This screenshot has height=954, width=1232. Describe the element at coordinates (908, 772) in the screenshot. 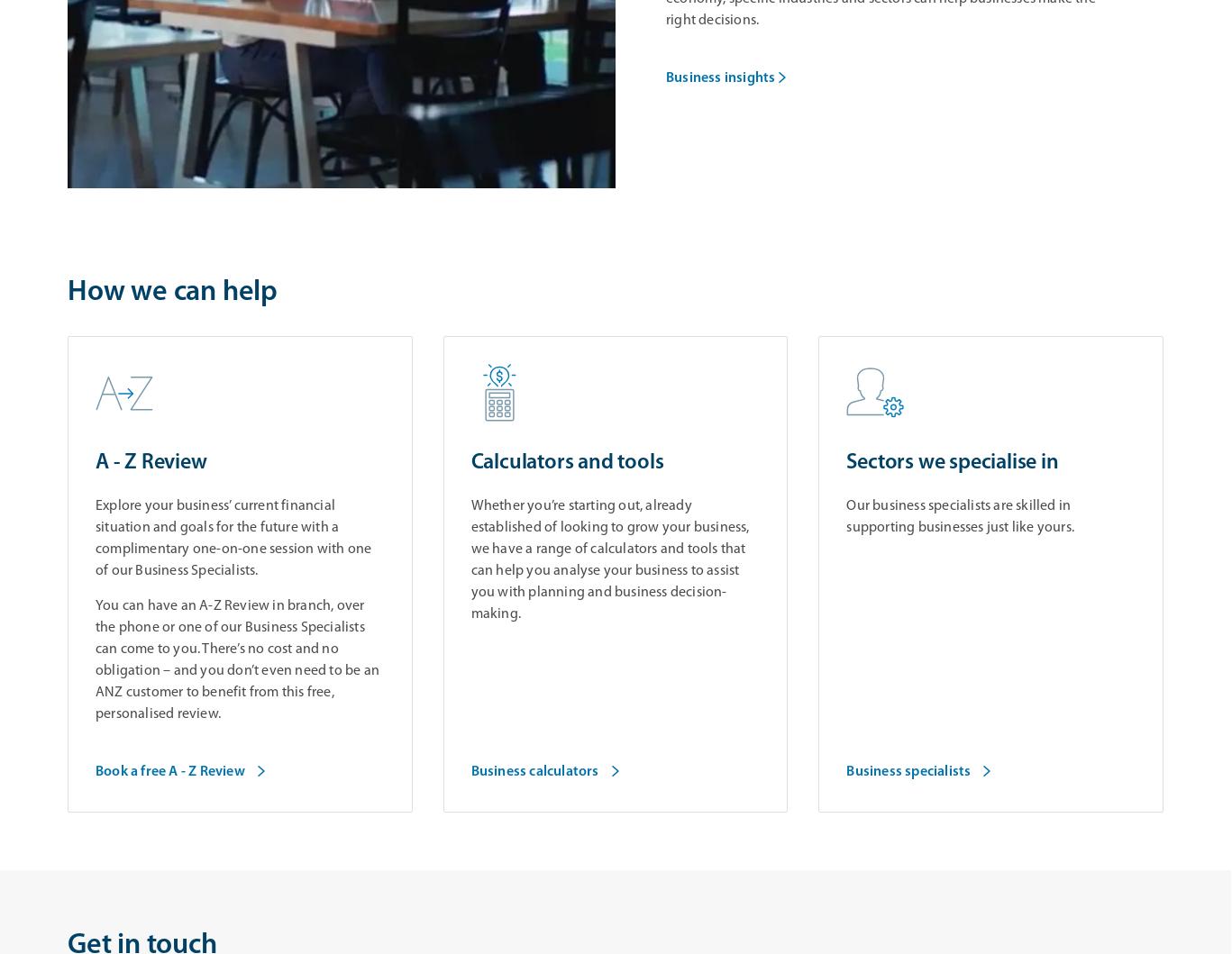

I see `'Business specialists'` at that location.